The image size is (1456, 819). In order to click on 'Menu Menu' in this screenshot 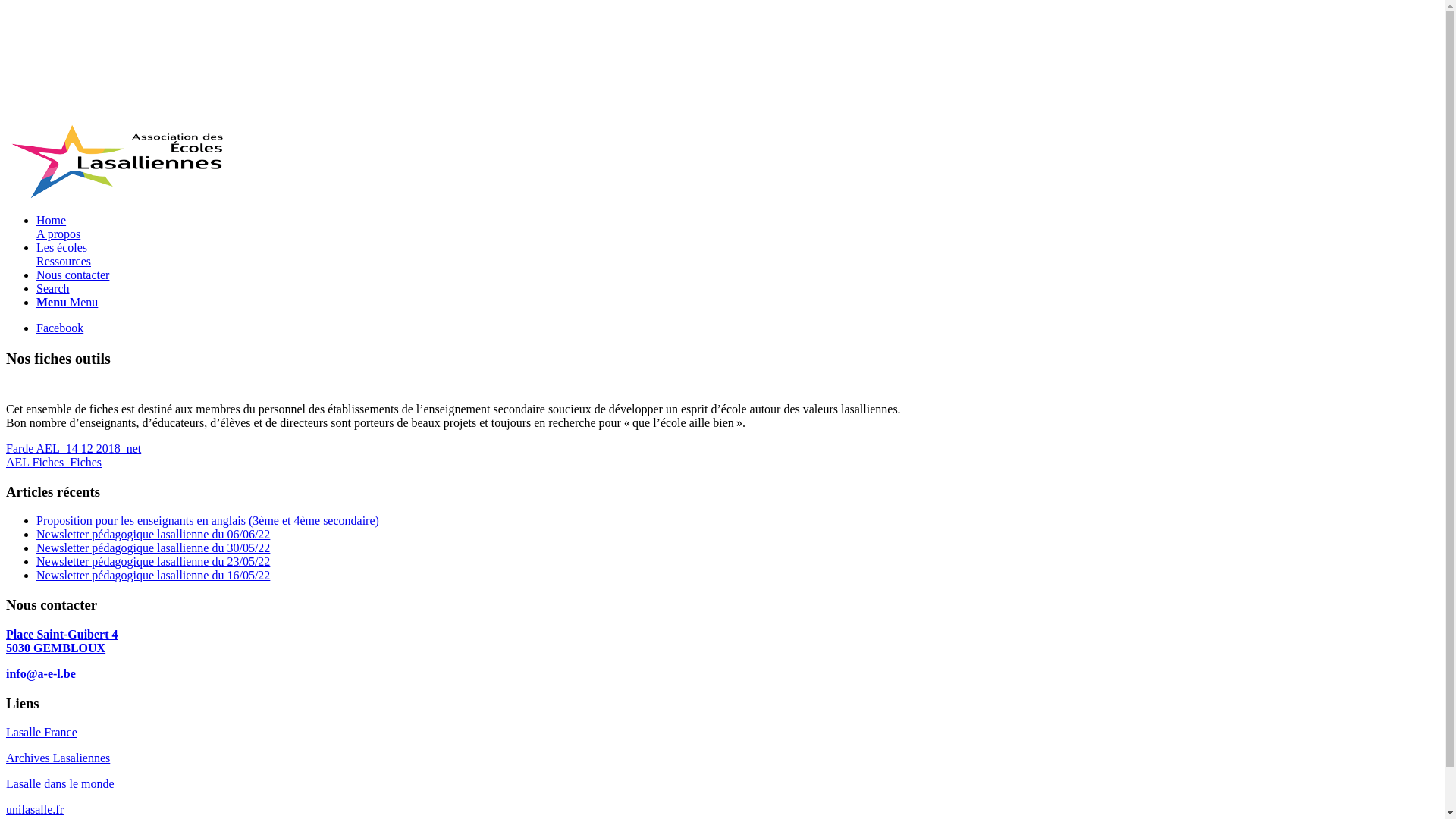, I will do `click(66, 302)`.